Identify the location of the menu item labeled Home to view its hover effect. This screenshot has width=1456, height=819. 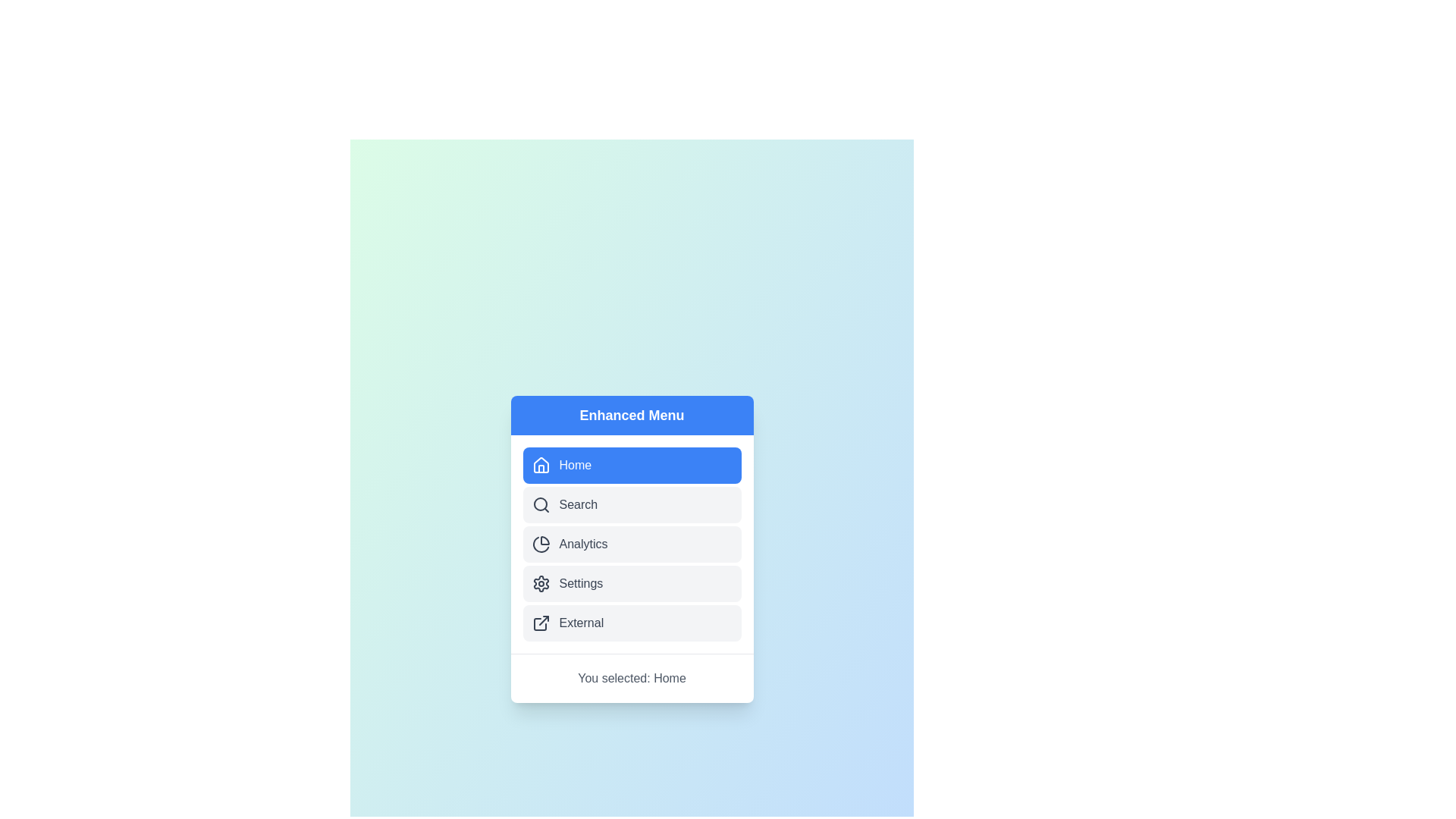
(632, 464).